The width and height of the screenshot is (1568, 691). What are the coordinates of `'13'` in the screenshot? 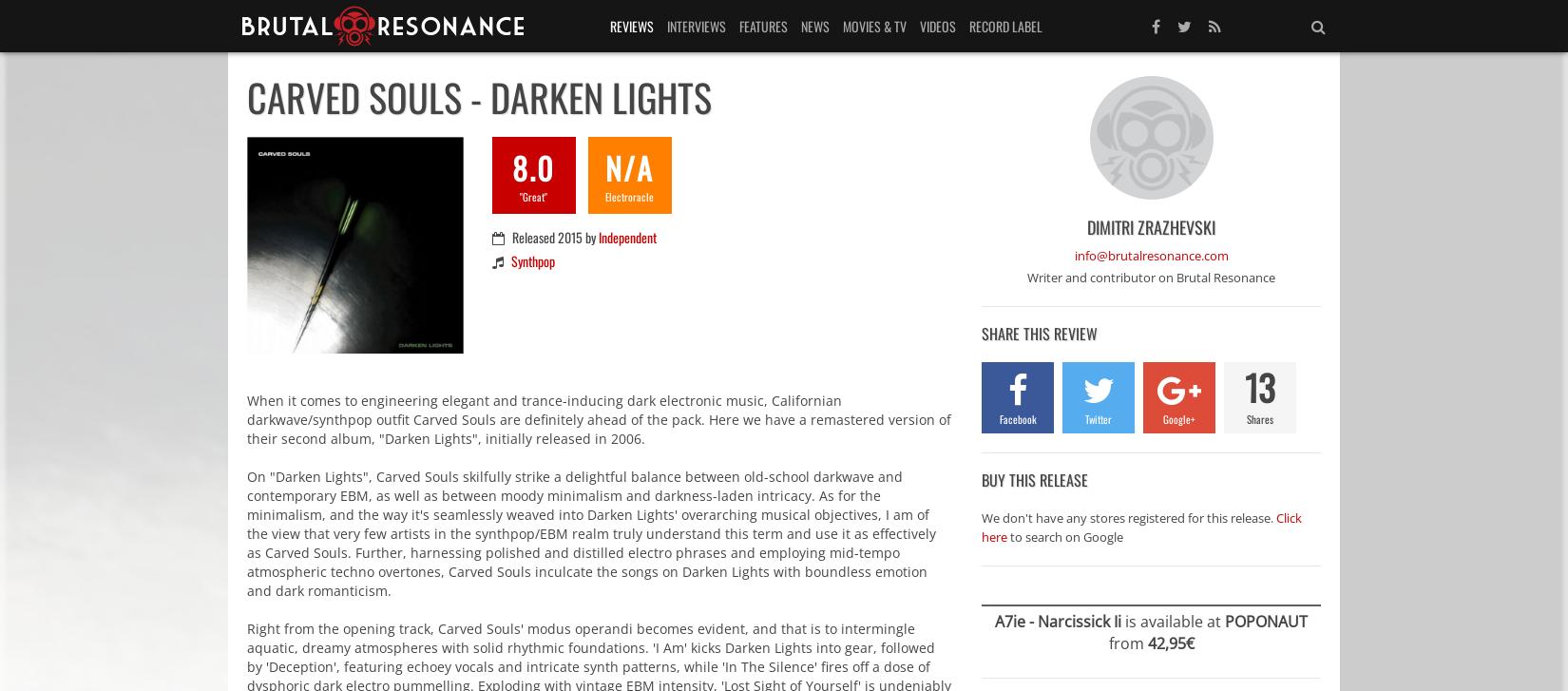 It's located at (1258, 385).